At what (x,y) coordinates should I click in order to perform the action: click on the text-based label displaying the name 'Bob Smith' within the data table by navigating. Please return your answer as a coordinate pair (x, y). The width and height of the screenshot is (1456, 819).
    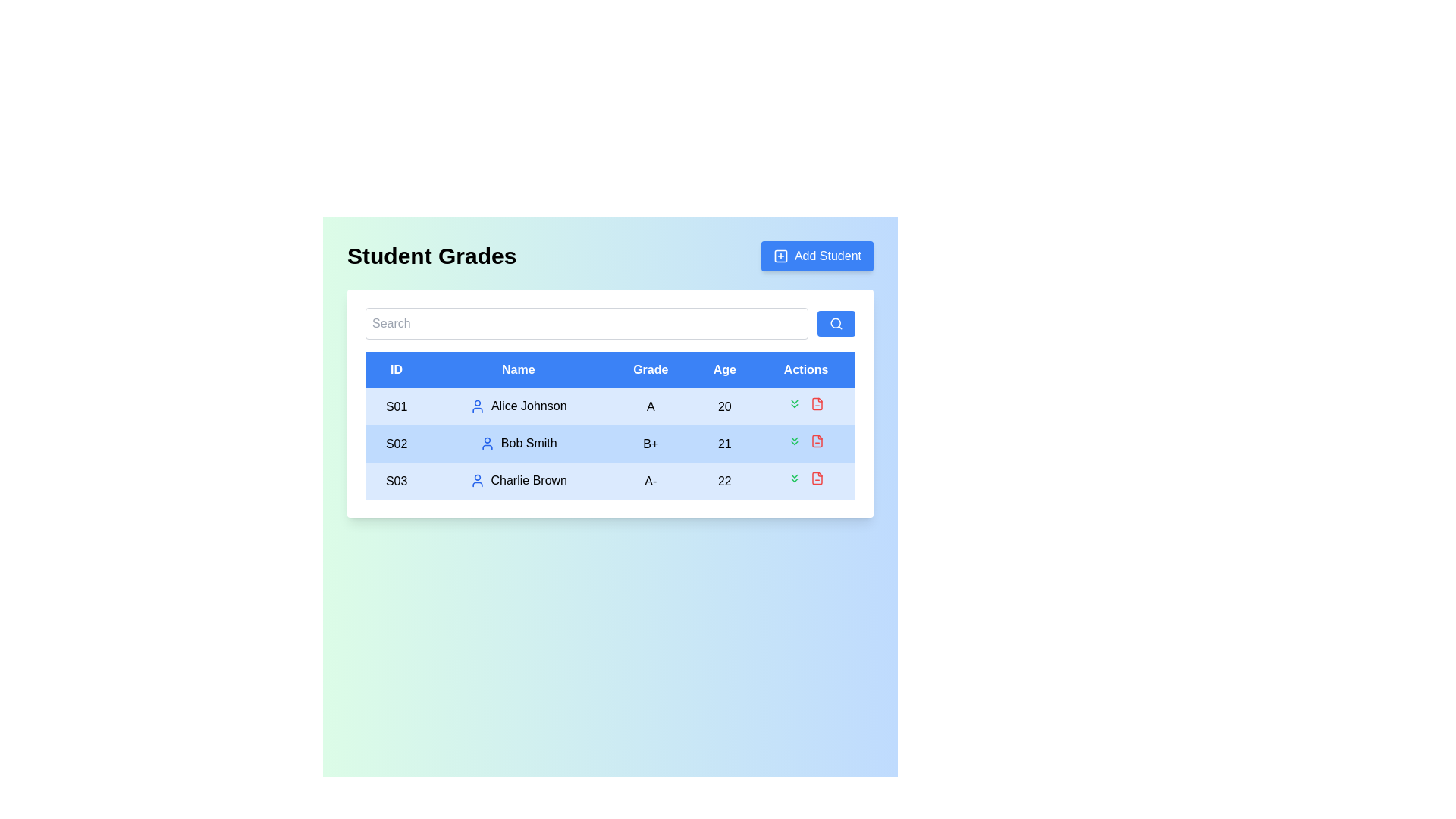
    Looking at the image, I should click on (518, 444).